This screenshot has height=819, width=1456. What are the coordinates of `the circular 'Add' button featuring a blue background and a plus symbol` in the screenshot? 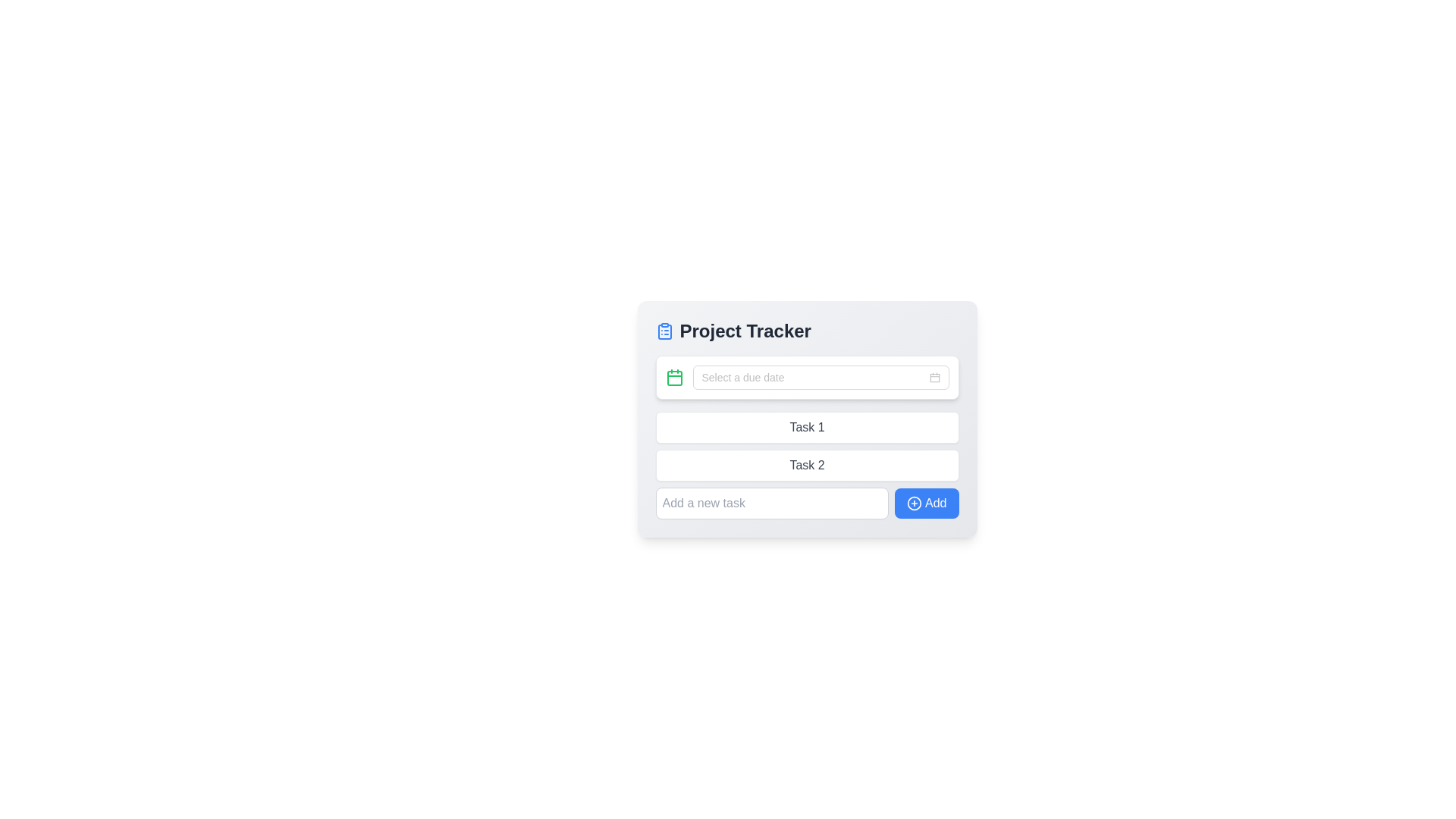 It's located at (913, 503).